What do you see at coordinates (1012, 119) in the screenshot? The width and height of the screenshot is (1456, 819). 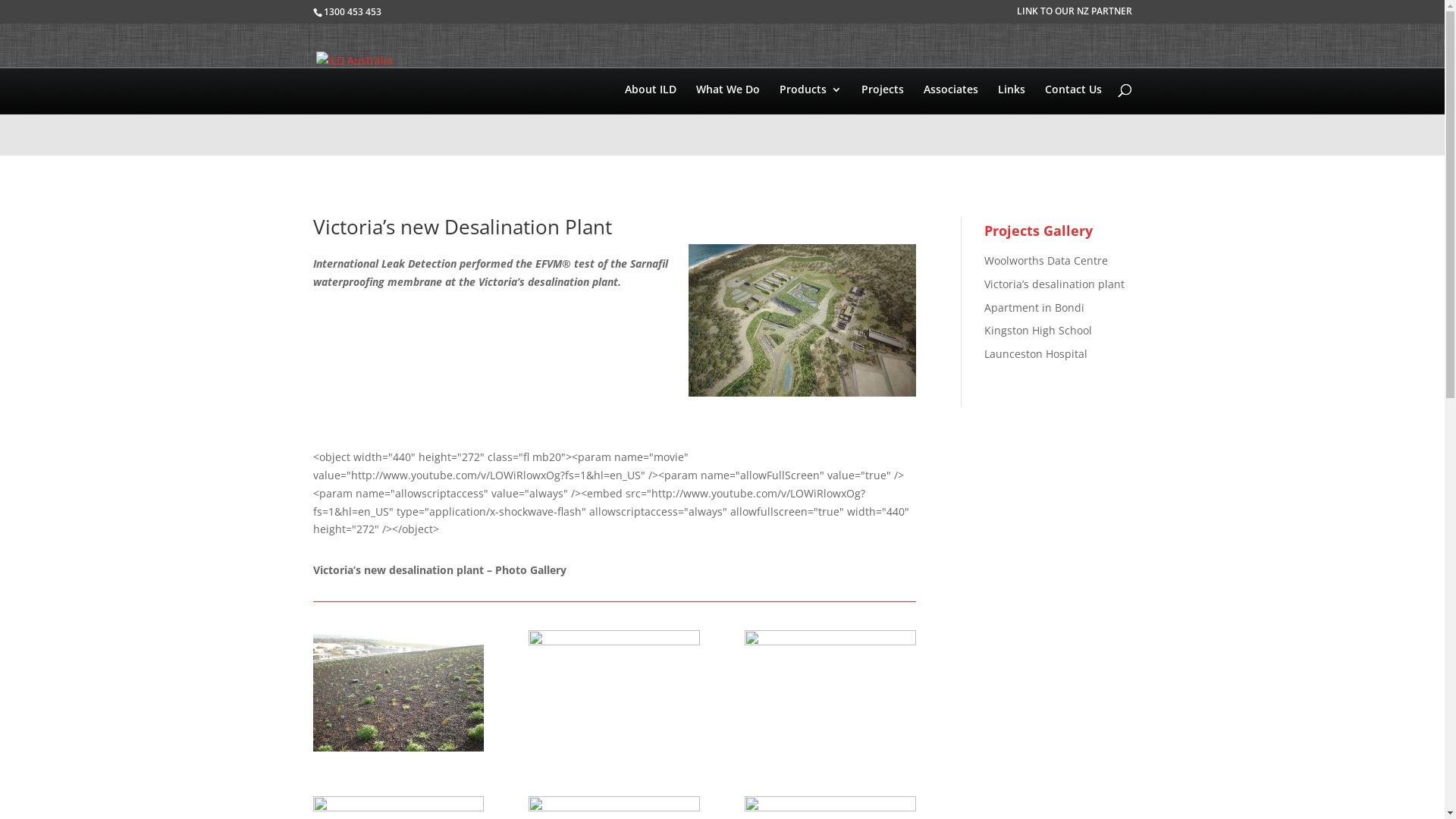 I see `'Links'` at bounding box center [1012, 119].